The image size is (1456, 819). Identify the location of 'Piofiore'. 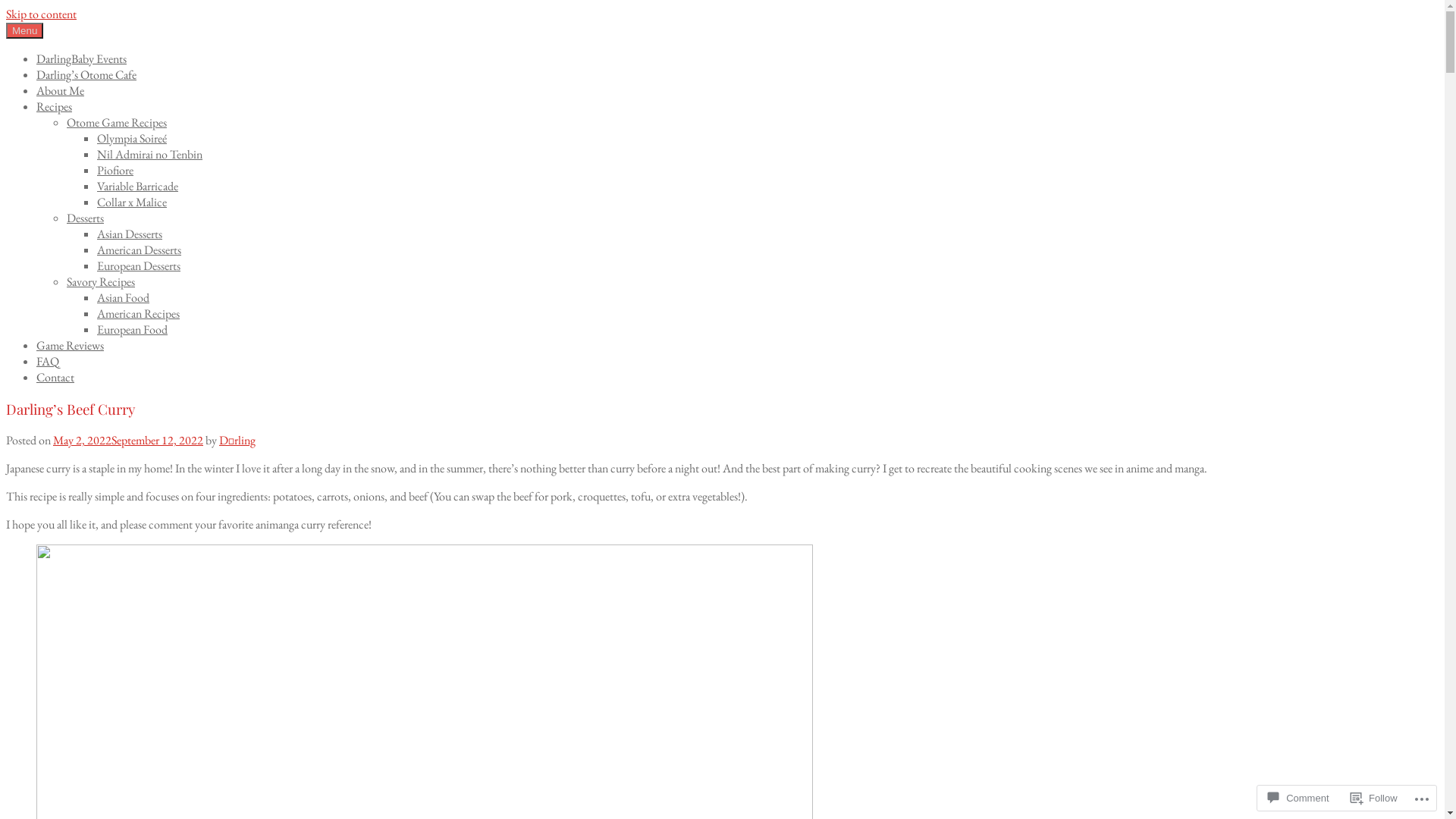
(115, 170).